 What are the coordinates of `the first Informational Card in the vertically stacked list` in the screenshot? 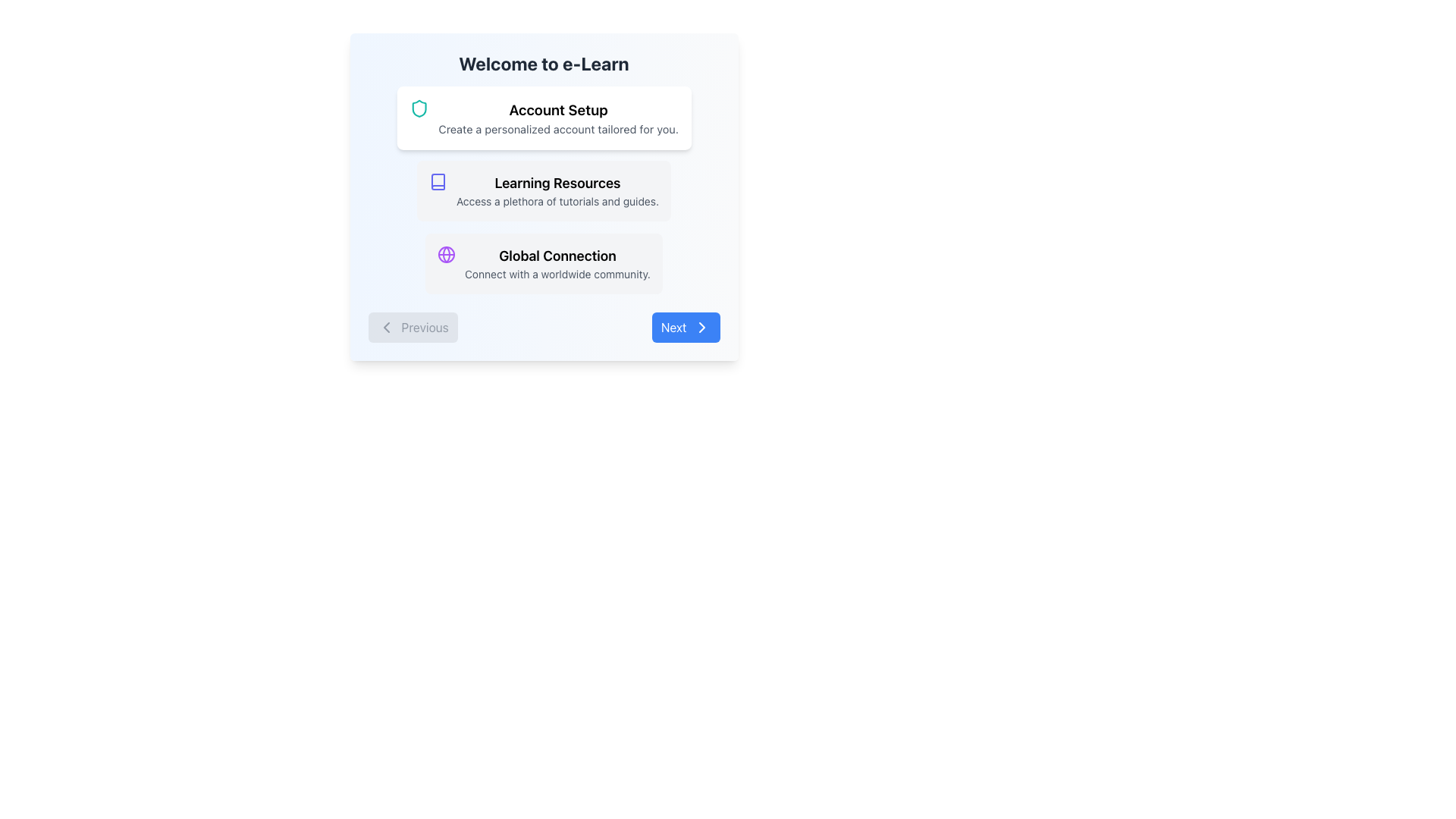 It's located at (544, 117).